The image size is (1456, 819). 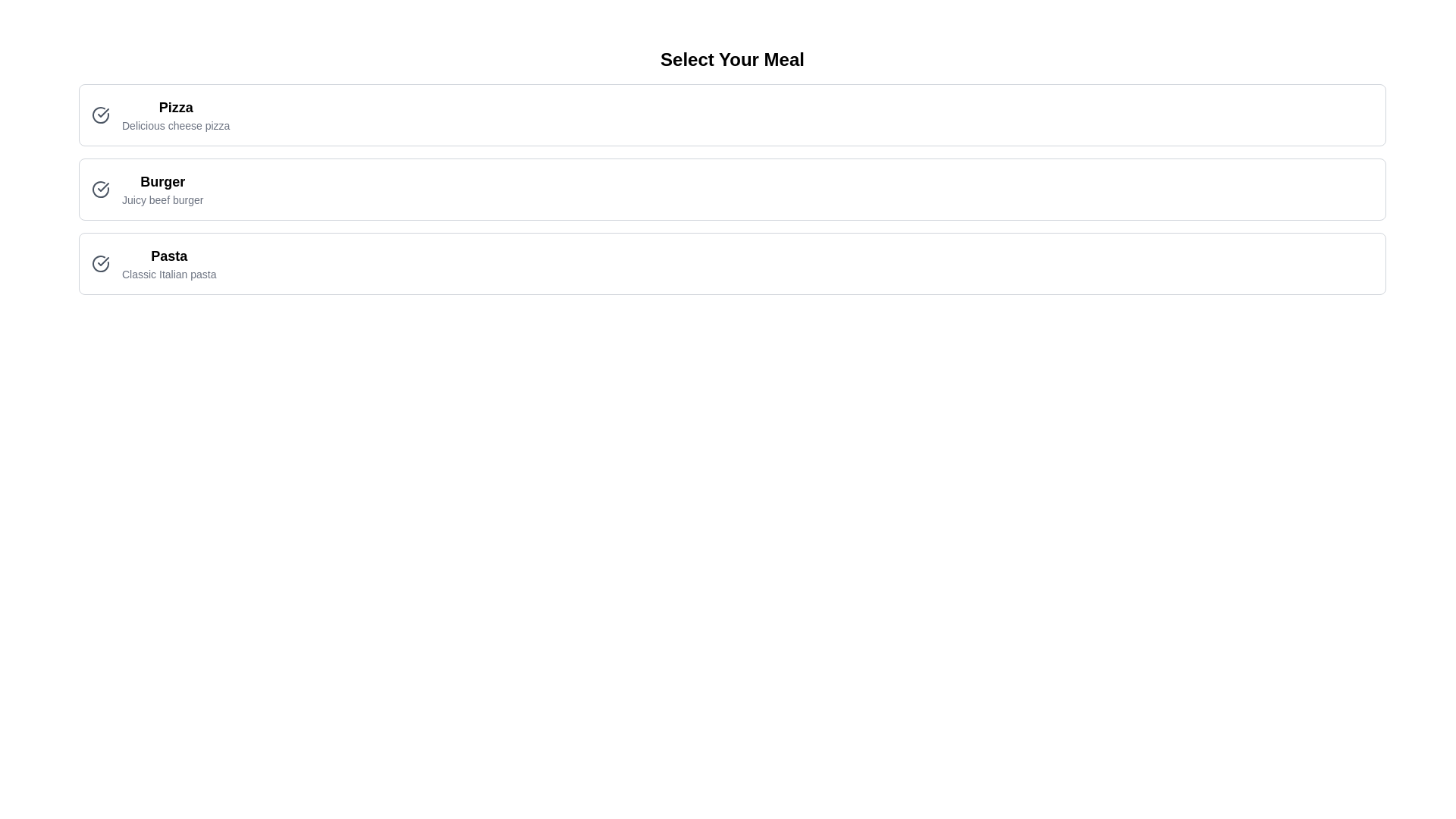 I want to click on the outlined circle icon with a checkmark located beside the text 'Pizza' in the vertically stacked list, so click(x=100, y=114).